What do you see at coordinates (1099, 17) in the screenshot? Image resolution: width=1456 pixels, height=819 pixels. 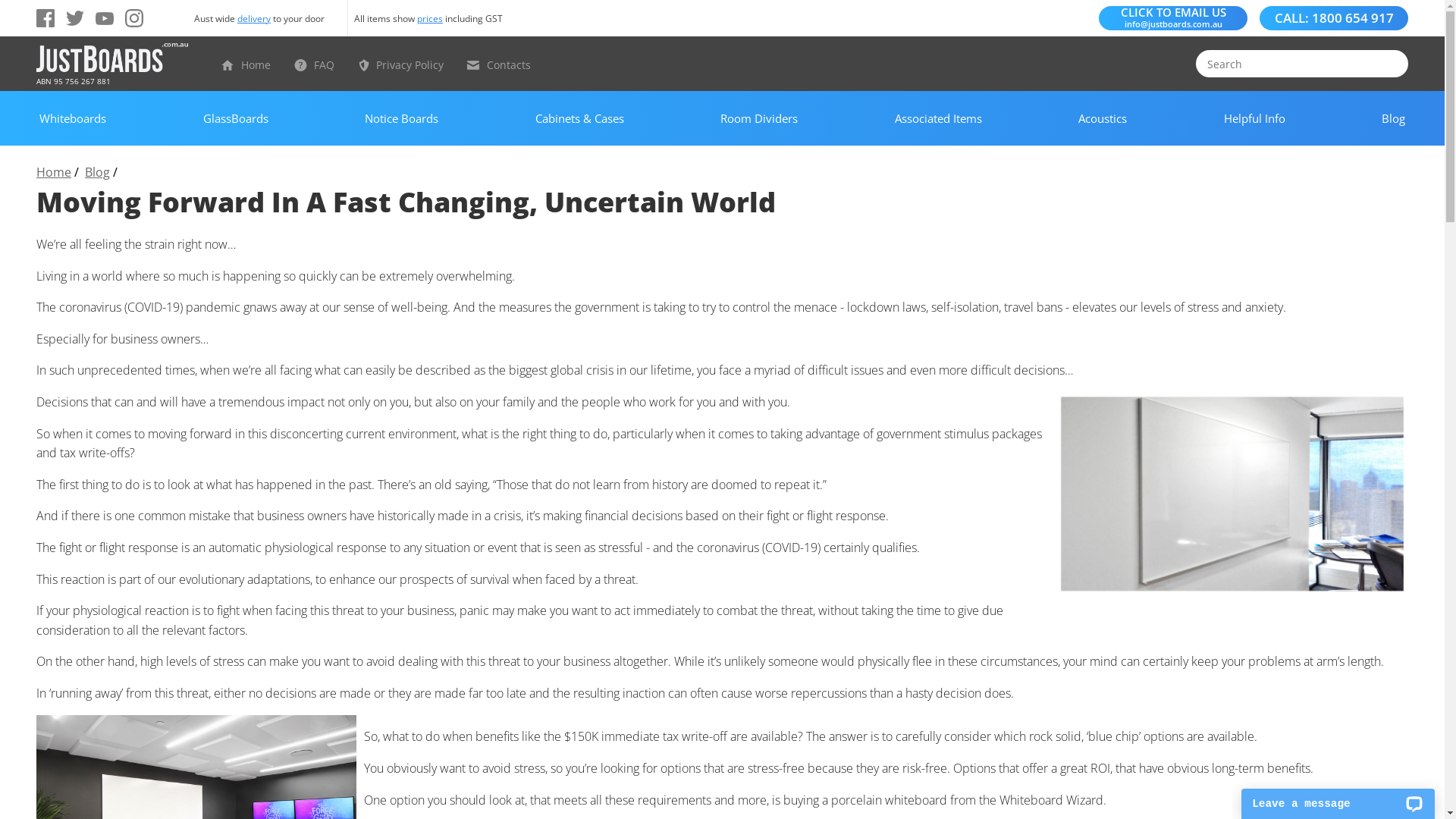 I see `'CLICK TO EMAIL US` at bounding box center [1099, 17].